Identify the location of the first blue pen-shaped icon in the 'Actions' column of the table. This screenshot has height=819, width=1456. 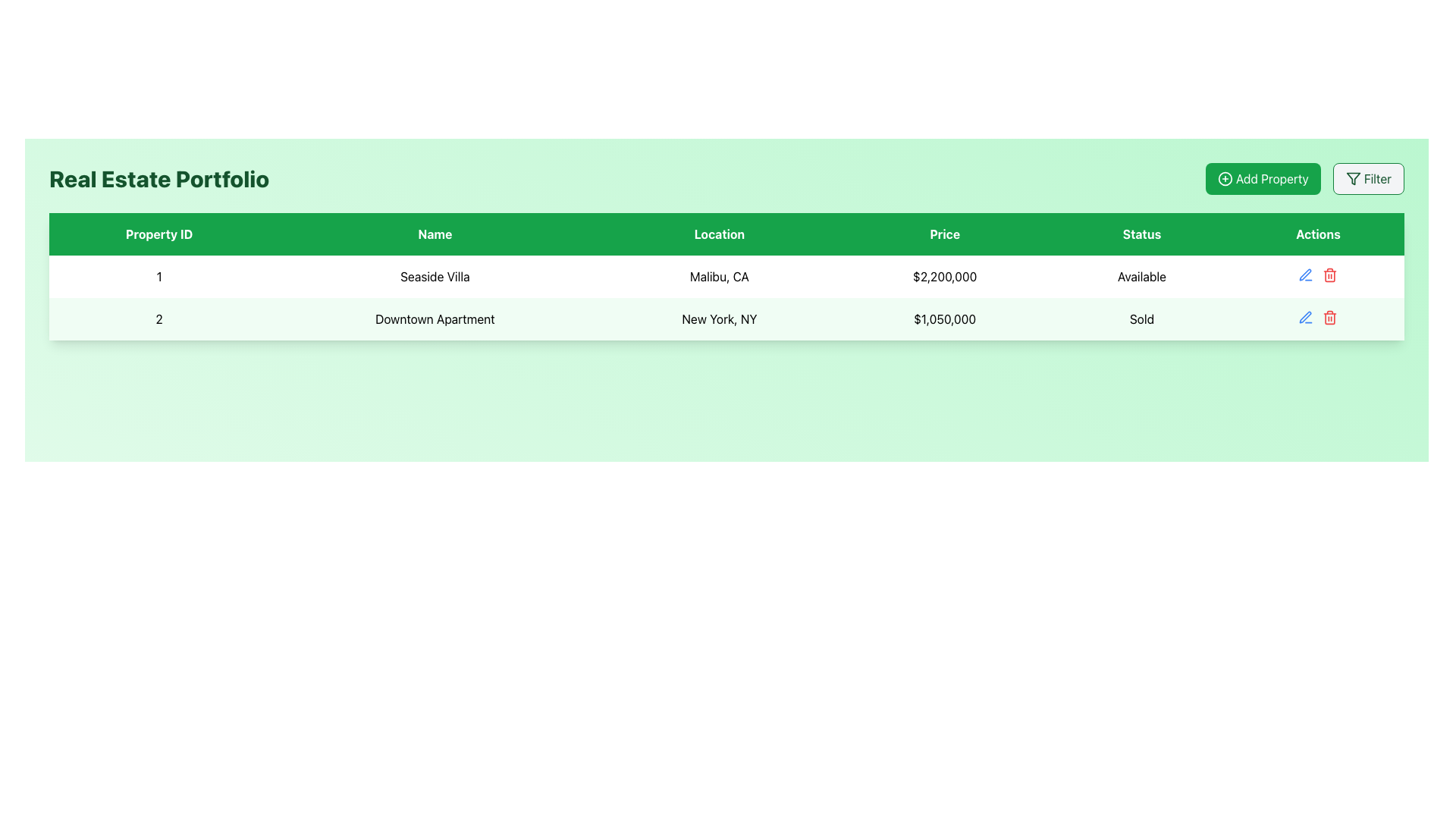
(1305, 317).